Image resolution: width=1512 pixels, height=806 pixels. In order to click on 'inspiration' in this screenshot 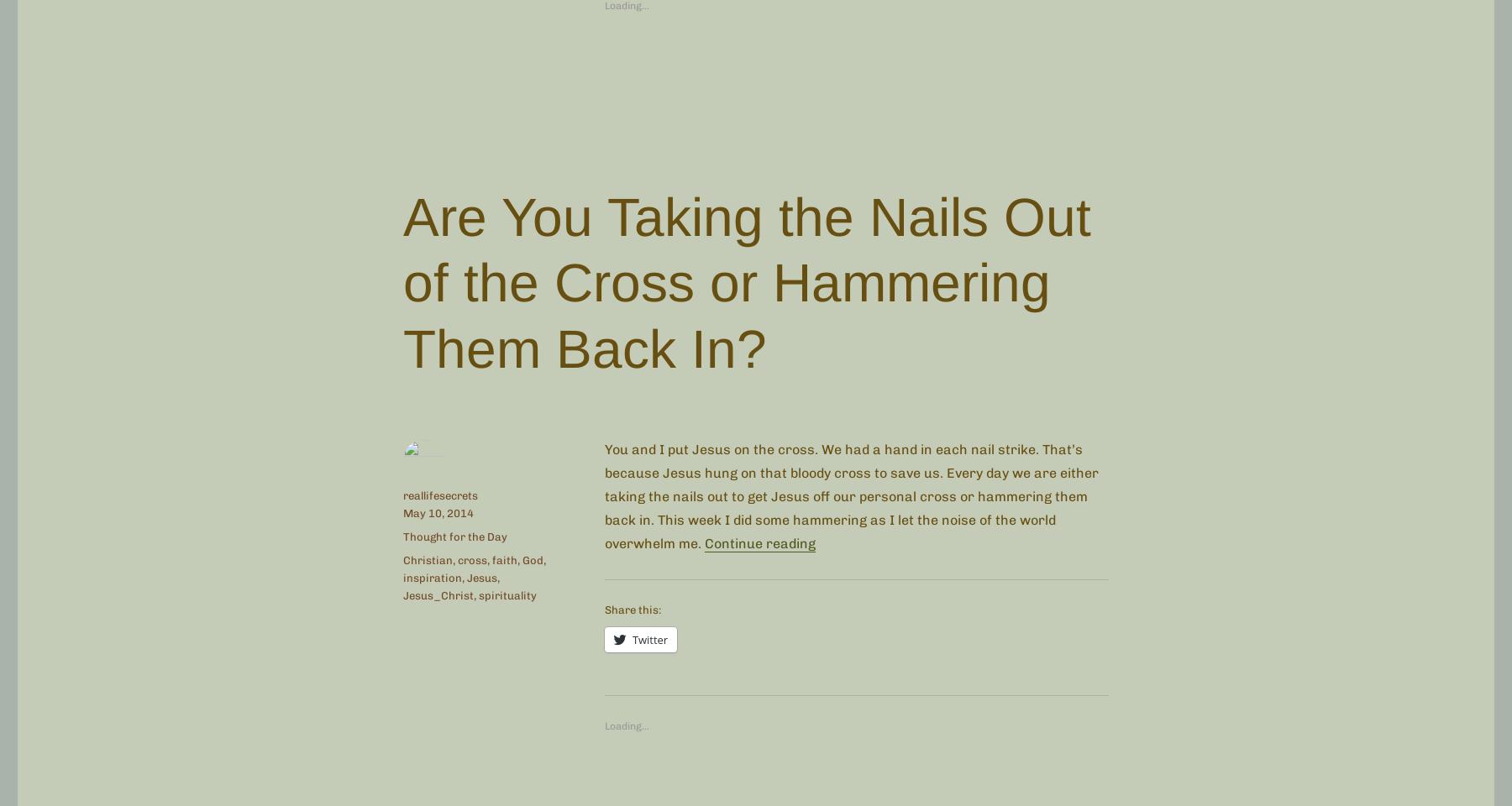, I will do `click(431, 578)`.